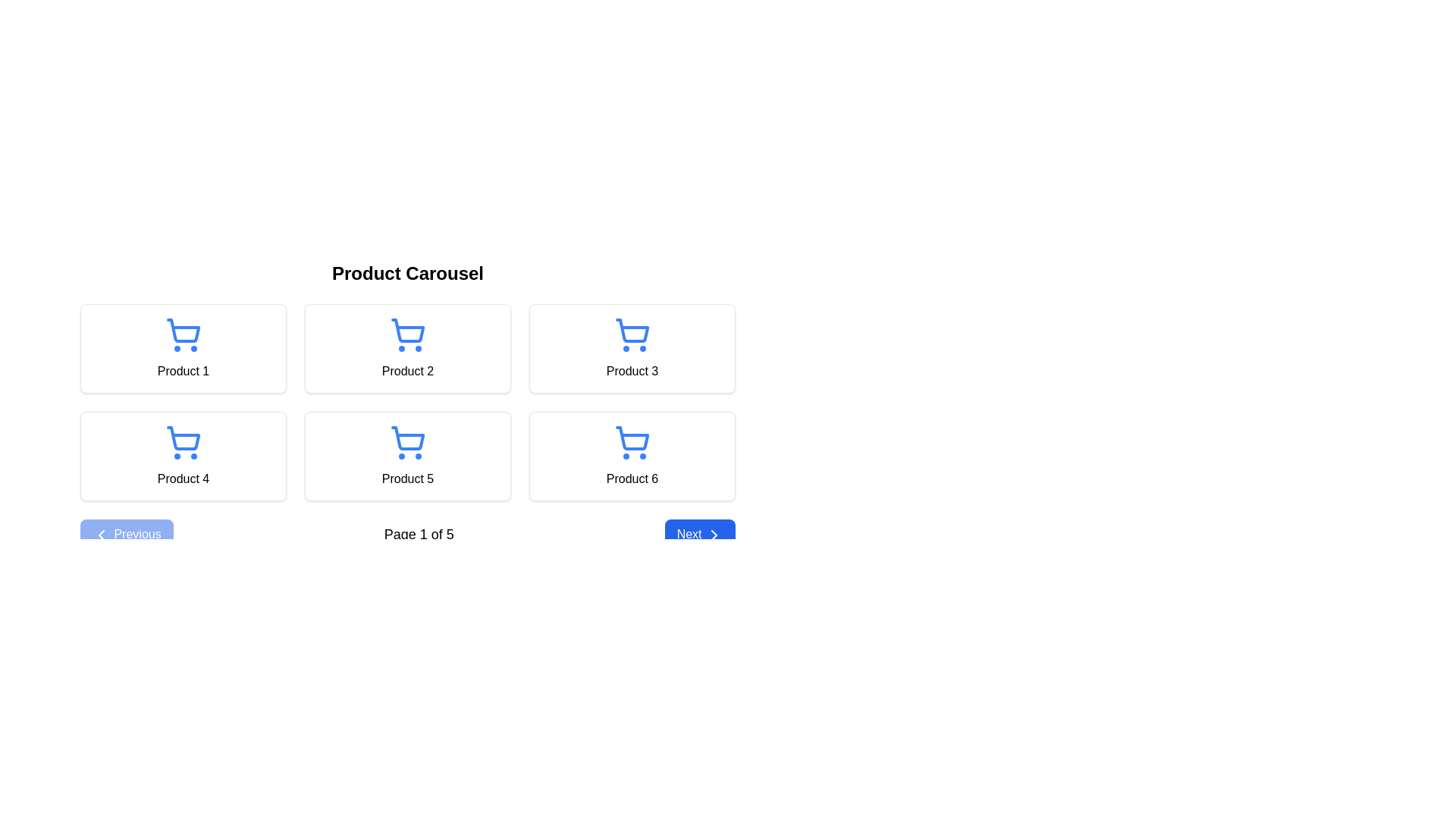  I want to click on the forward navigation icon located within the 'Next' button at the bottom-right corner of the interface, so click(713, 534).